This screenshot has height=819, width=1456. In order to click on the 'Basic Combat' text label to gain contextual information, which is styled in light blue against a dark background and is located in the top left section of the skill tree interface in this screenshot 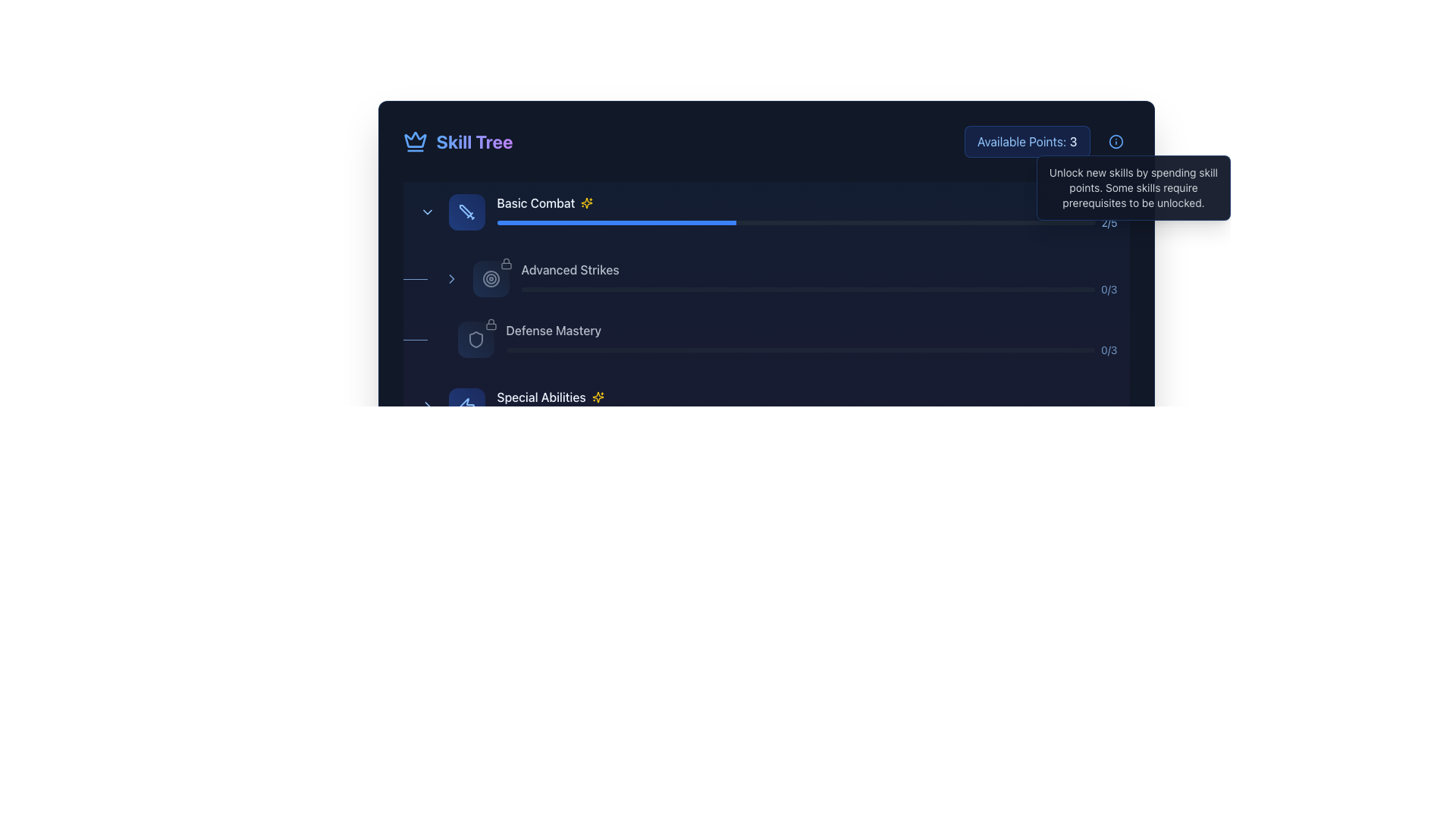, I will do `click(535, 202)`.